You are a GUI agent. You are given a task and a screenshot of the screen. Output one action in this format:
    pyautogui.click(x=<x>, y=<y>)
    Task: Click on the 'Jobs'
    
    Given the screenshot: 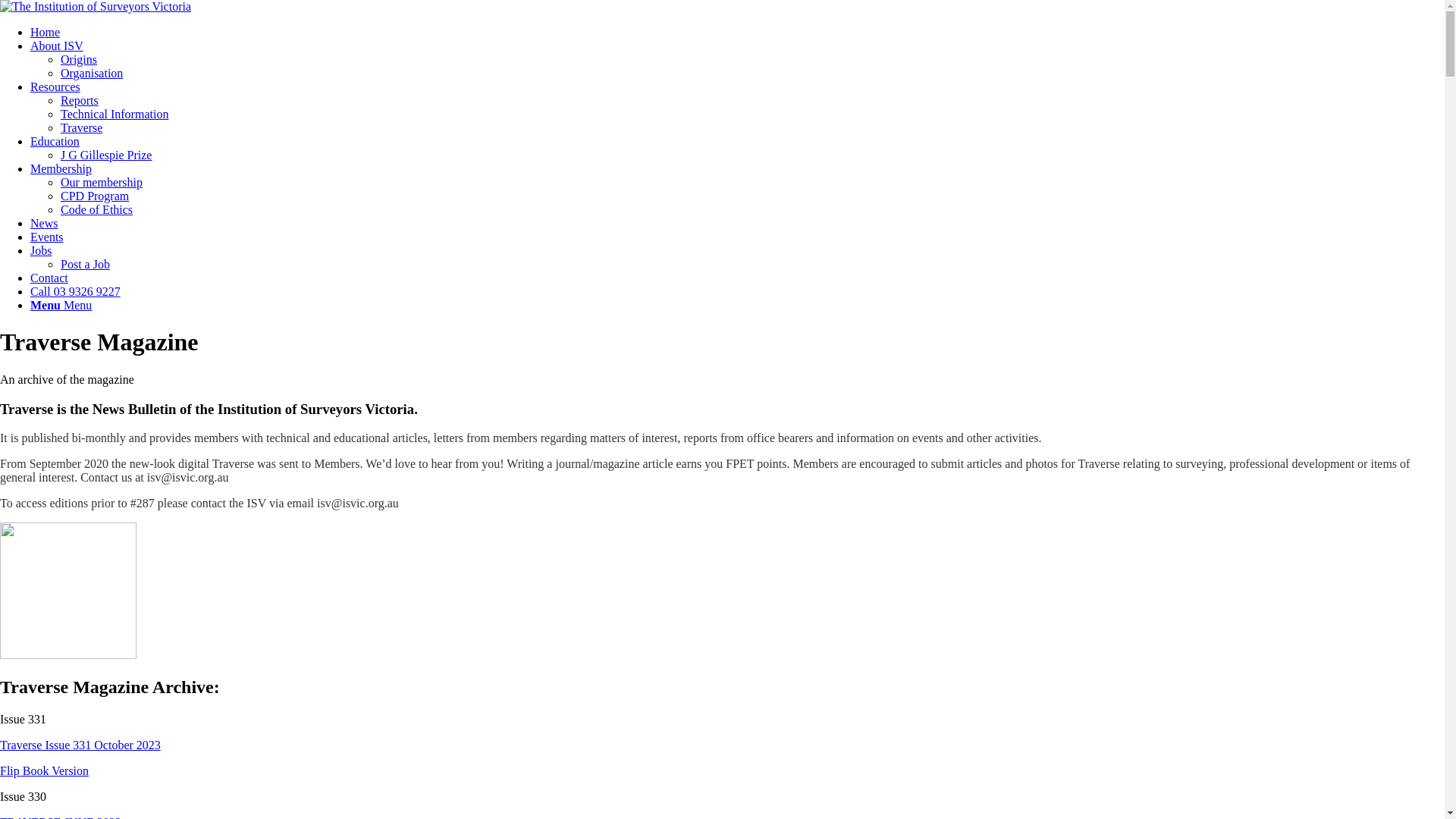 What is the action you would take?
    pyautogui.click(x=30, y=249)
    